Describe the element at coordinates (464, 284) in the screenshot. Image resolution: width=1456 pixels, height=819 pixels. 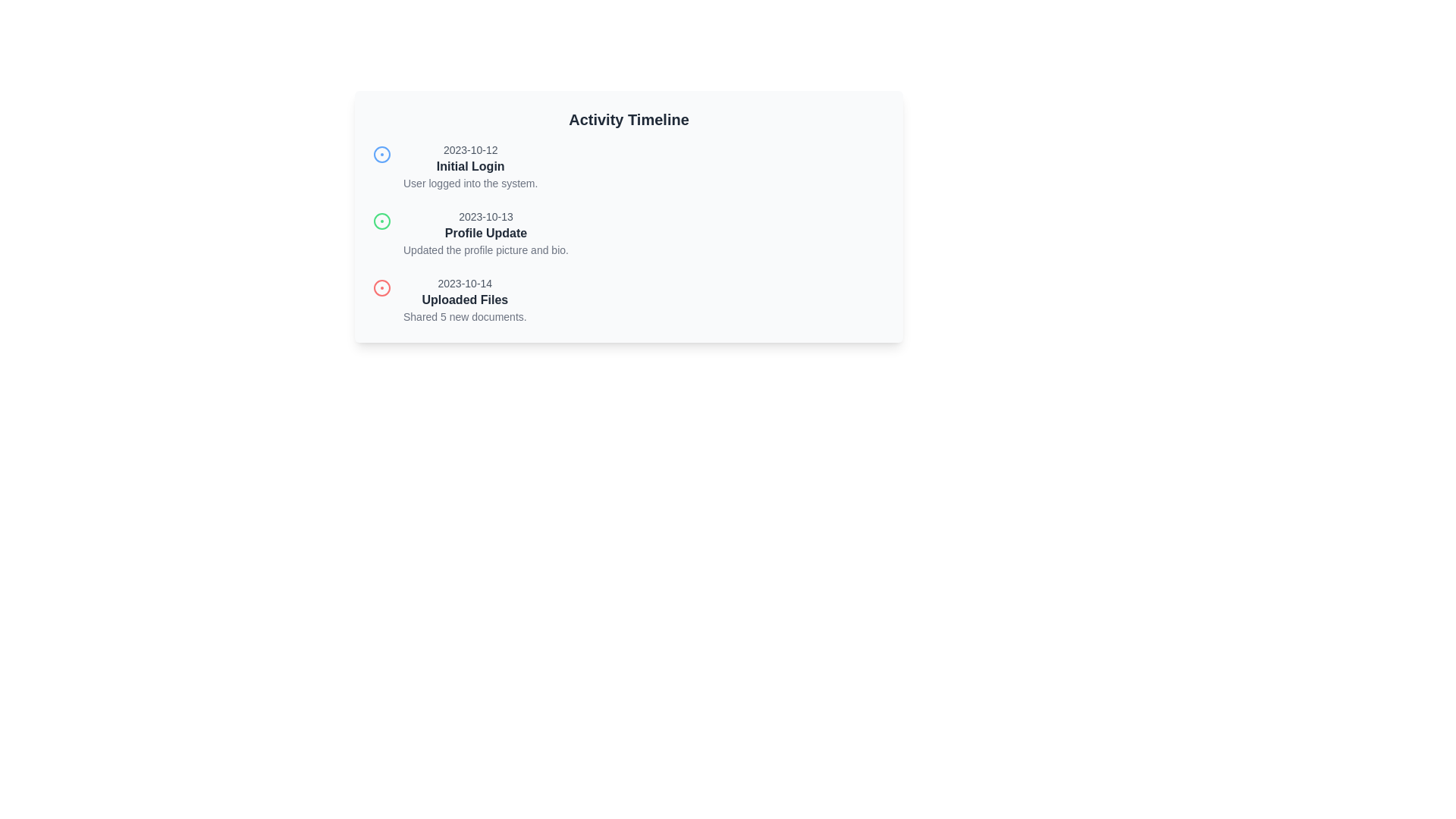
I see `date text label displaying '2023-10-14' in a small gray font, located at the top of the third group in the timeline above the title 'Uploaded Files'` at that location.